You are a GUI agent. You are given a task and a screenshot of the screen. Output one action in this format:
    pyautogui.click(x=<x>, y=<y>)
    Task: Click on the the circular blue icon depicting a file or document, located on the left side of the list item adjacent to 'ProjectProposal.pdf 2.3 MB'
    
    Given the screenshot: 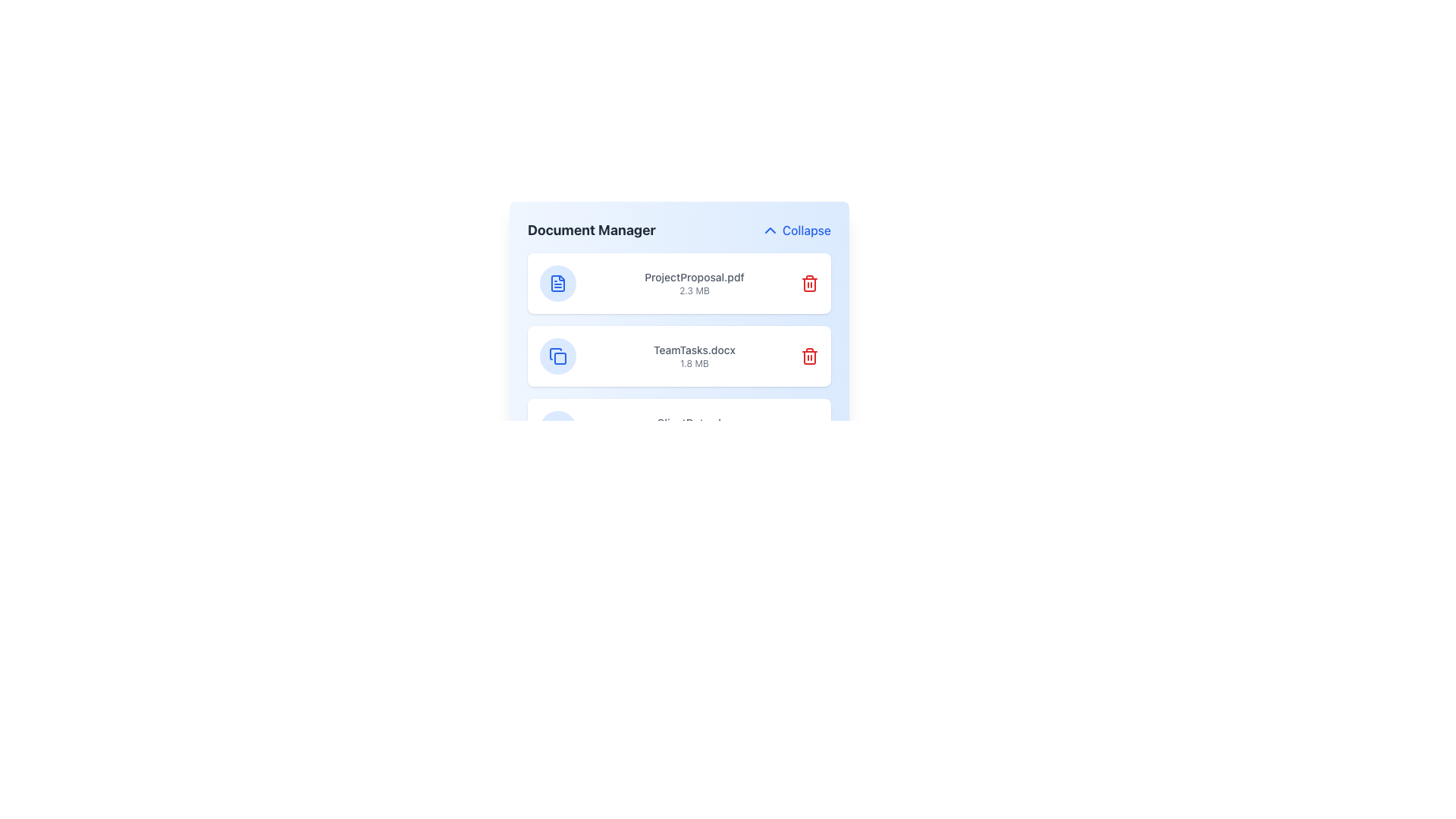 What is the action you would take?
    pyautogui.click(x=557, y=284)
    